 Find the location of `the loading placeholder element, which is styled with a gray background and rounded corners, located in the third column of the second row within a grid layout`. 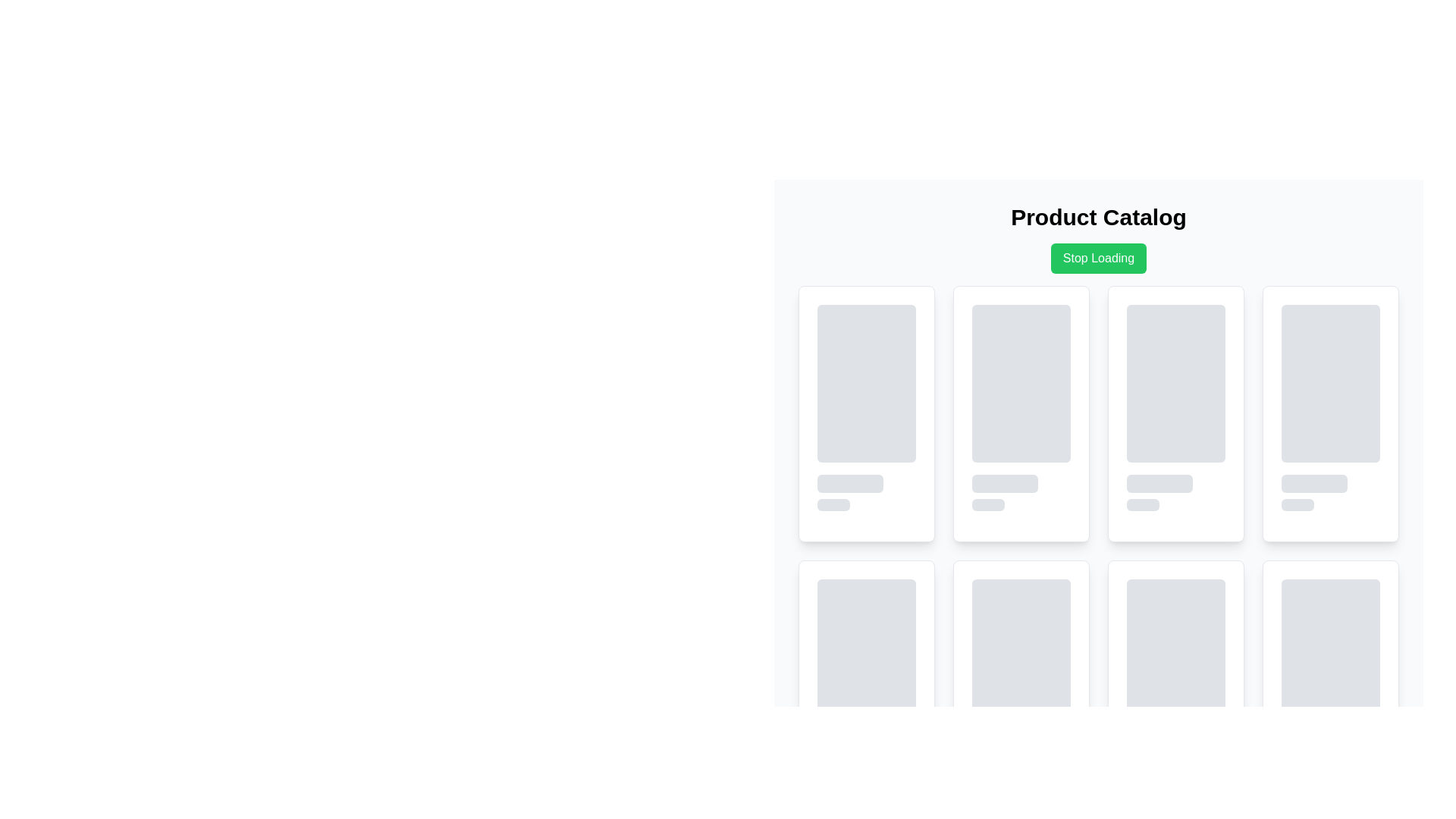

the loading placeholder element, which is styled with a gray background and rounded corners, located in the third column of the second row within a grid layout is located at coordinates (1175, 681).